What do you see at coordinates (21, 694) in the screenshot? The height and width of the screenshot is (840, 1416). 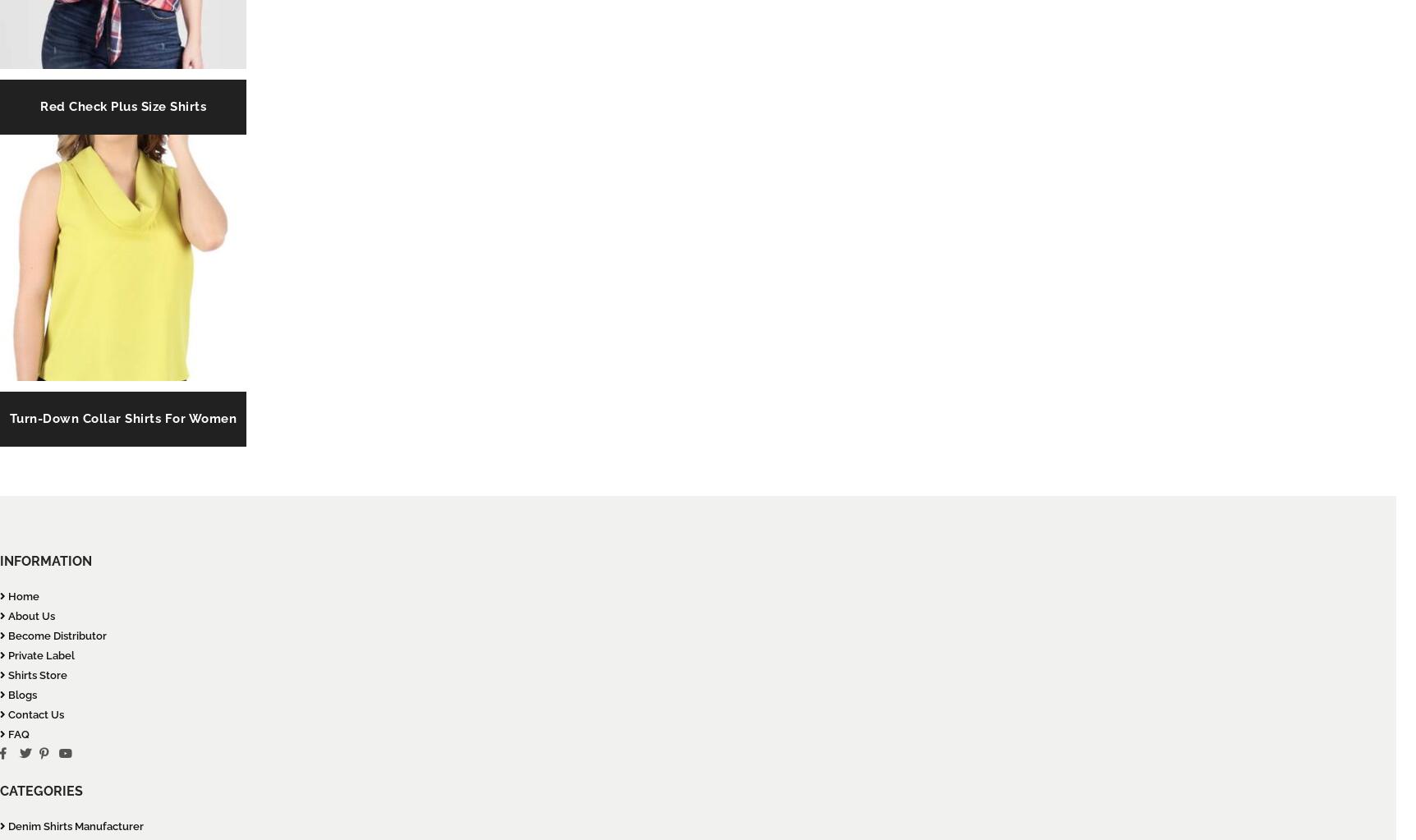 I see `'Blogs'` at bounding box center [21, 694].